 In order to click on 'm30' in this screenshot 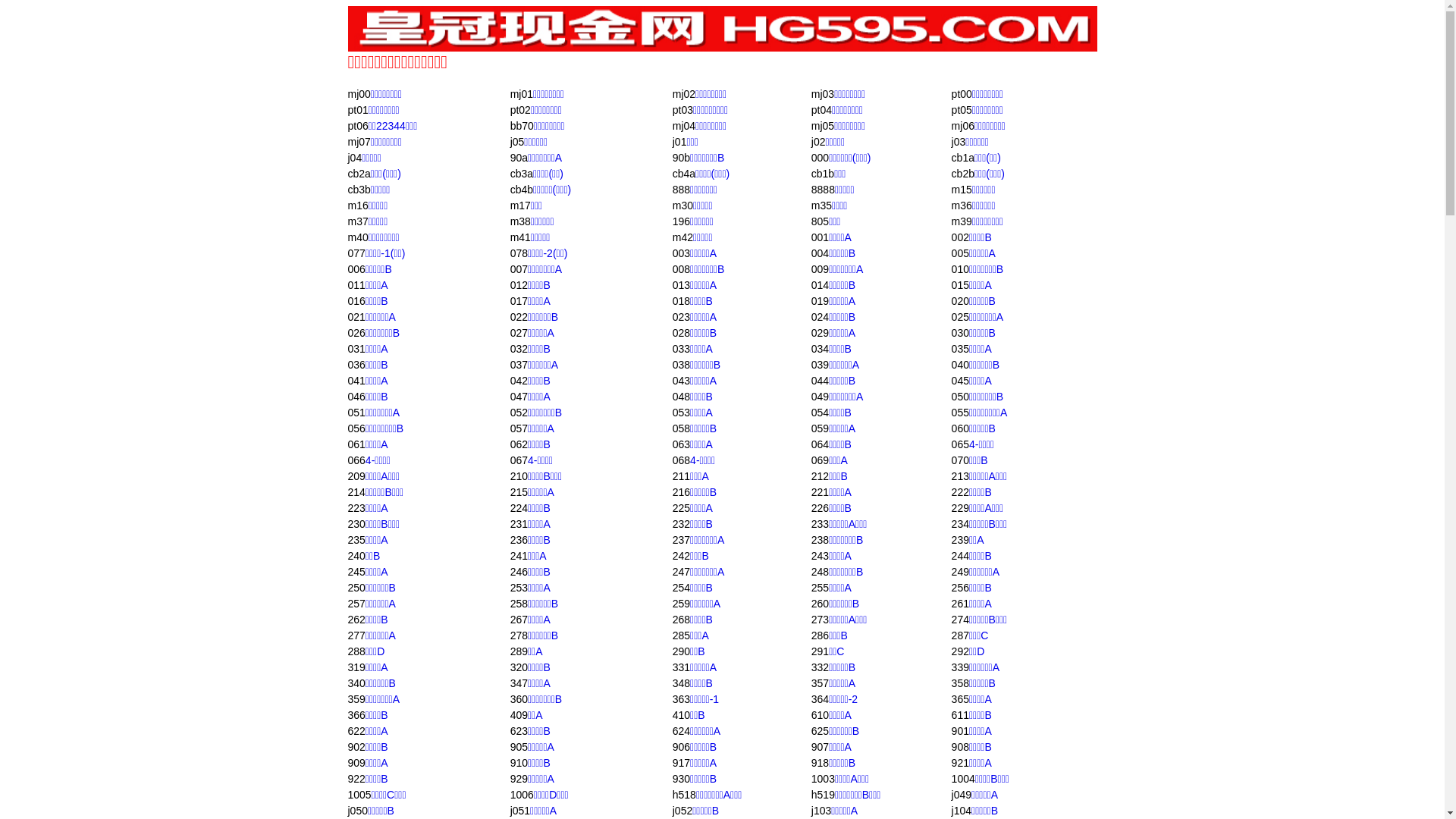, I will do `click(672, 205)`.